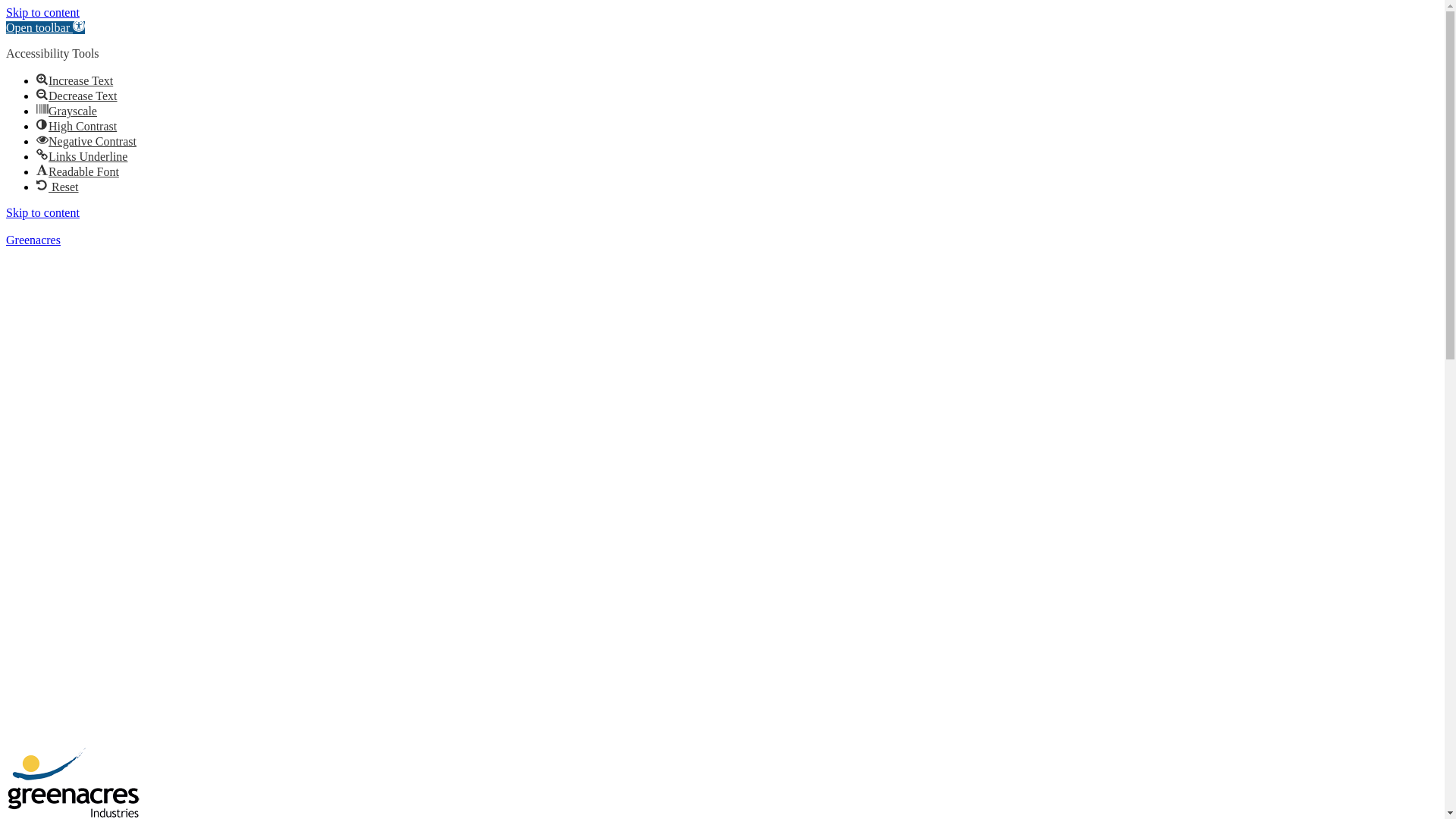 This screenshot has height=819, width=1456. Describe the element at coordinates (77, 171) in the screenshot. I see `'Readable FontReadable Font'` at that location.